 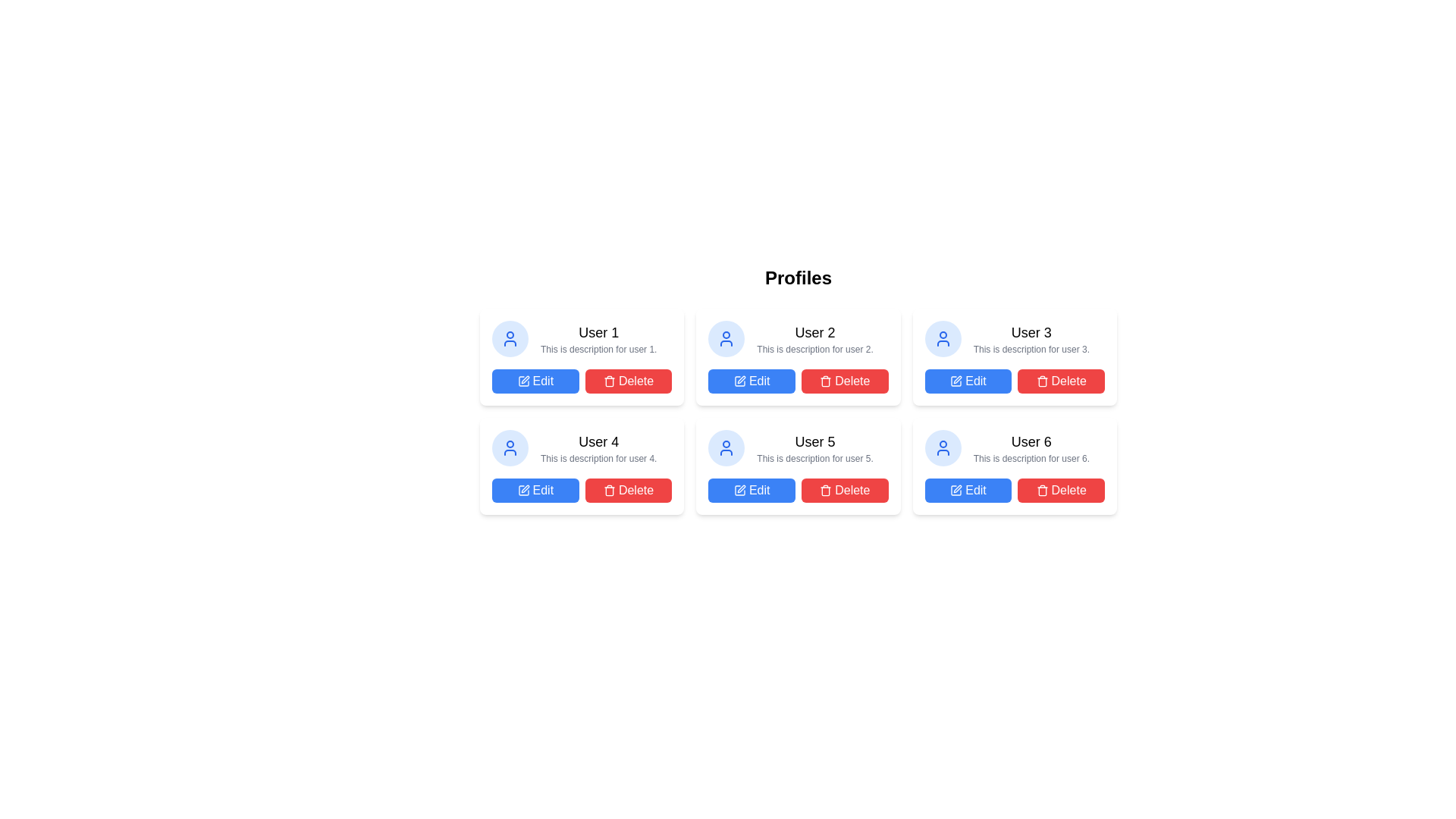 I want to click on the delete button located to the right of the blue 'Edit' button within the user profile card for User 3, so click(x=1060, y=380).